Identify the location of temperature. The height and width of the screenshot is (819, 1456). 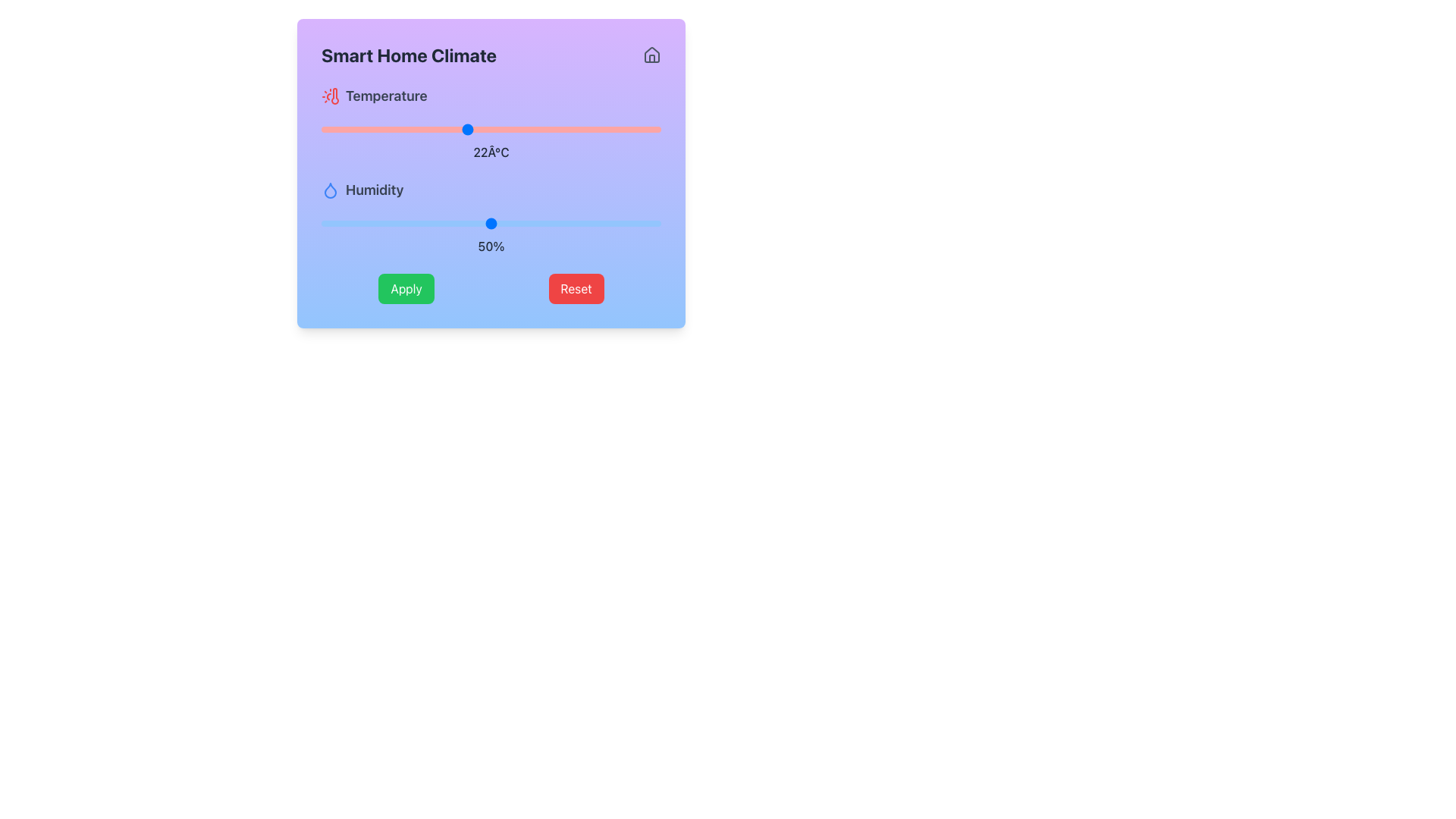
(442, 128).